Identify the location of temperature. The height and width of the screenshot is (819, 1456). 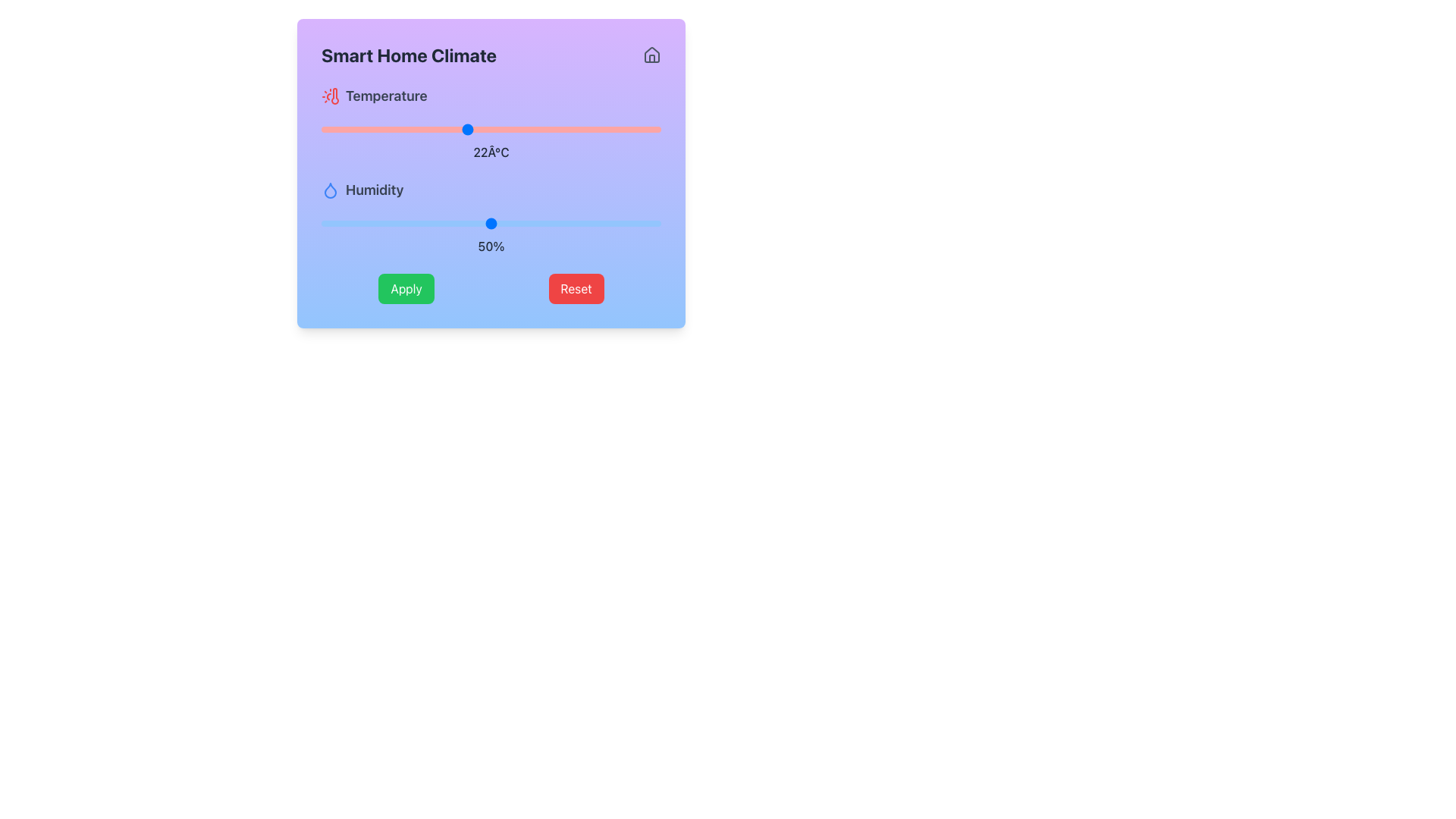
(442, 128).